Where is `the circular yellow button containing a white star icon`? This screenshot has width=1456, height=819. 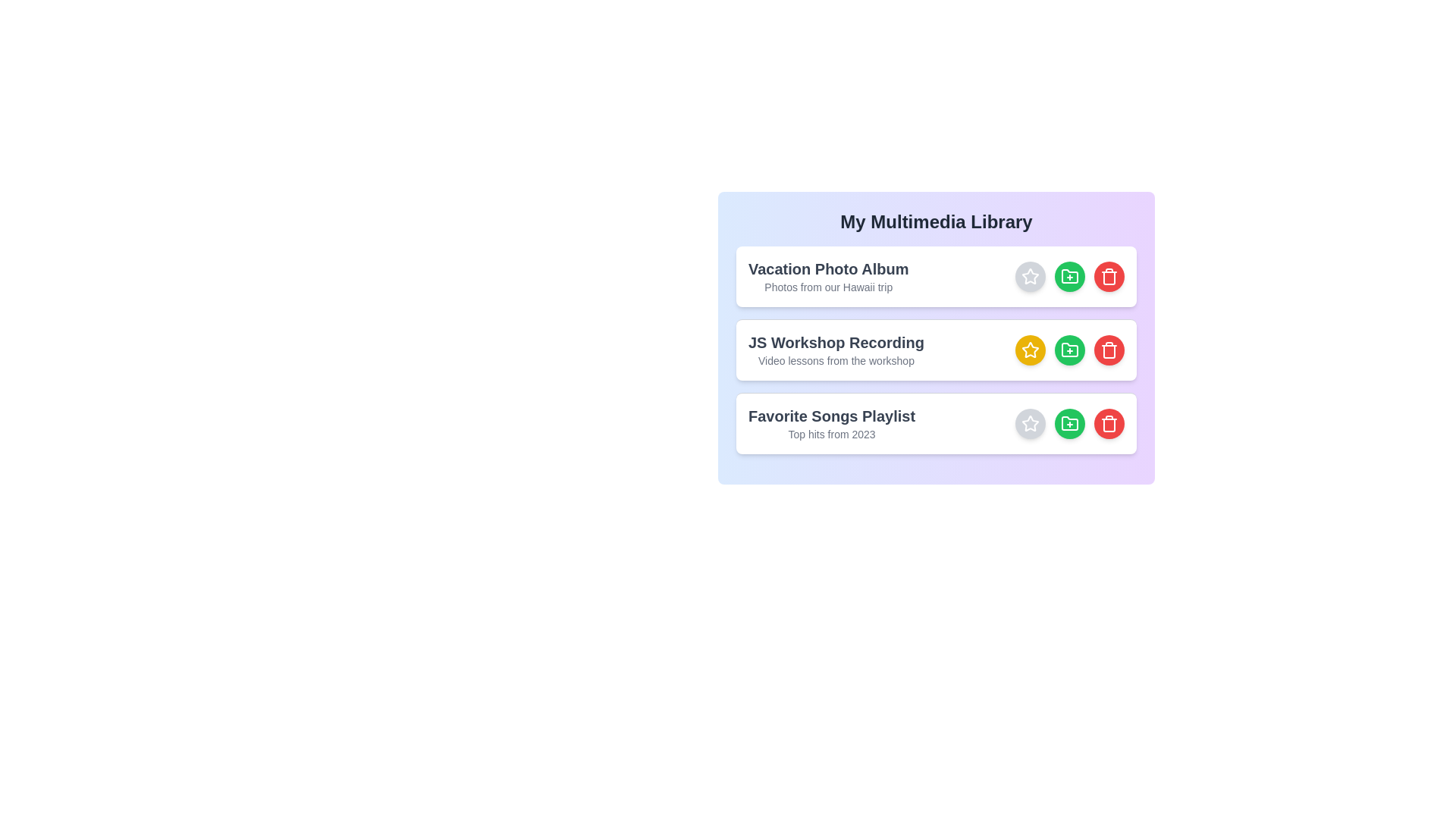
the circular yellow button containing a white star icon is located at coordinates (1030, 350).